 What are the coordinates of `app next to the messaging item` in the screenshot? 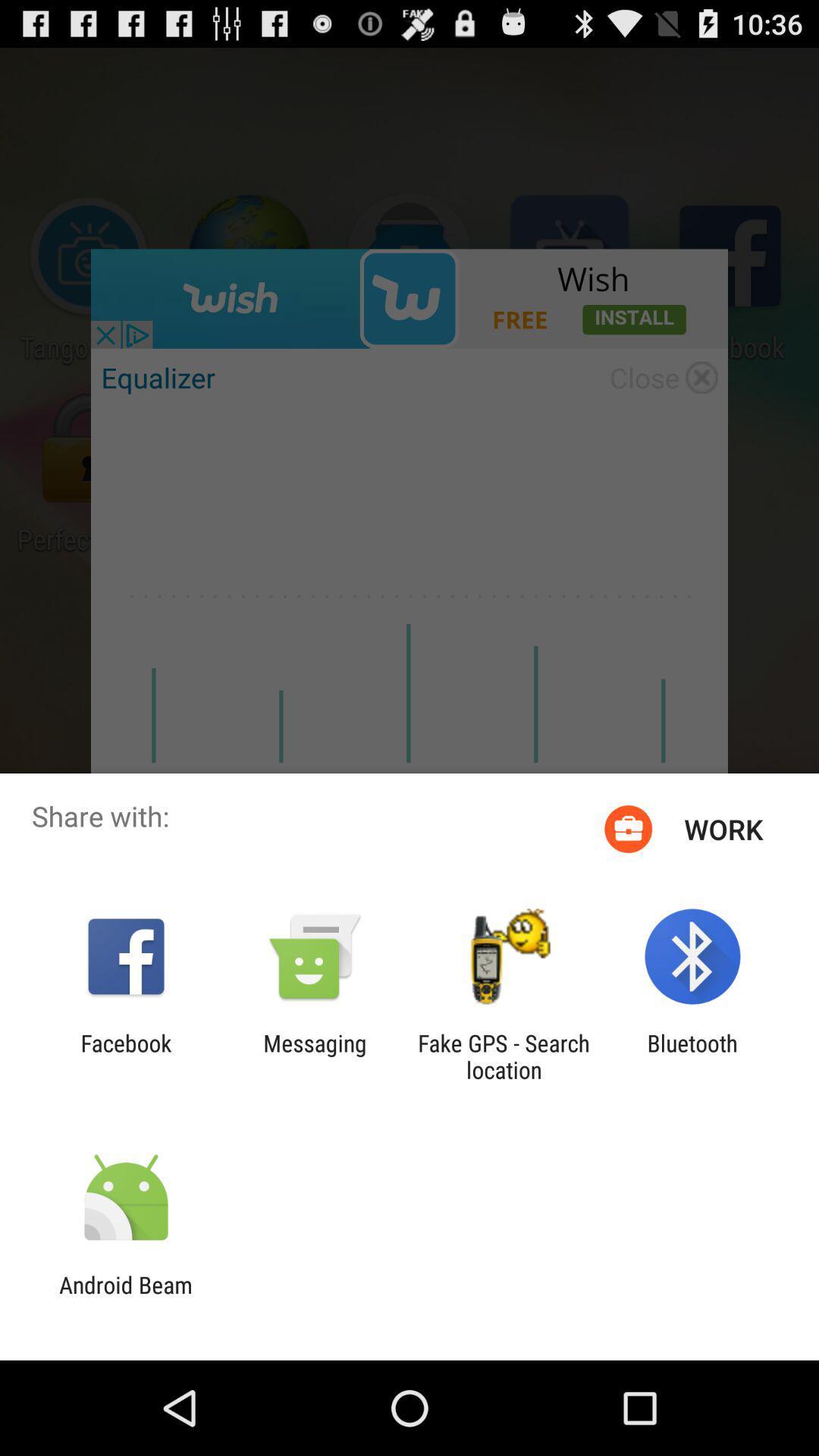 It's located at (125, 1056).